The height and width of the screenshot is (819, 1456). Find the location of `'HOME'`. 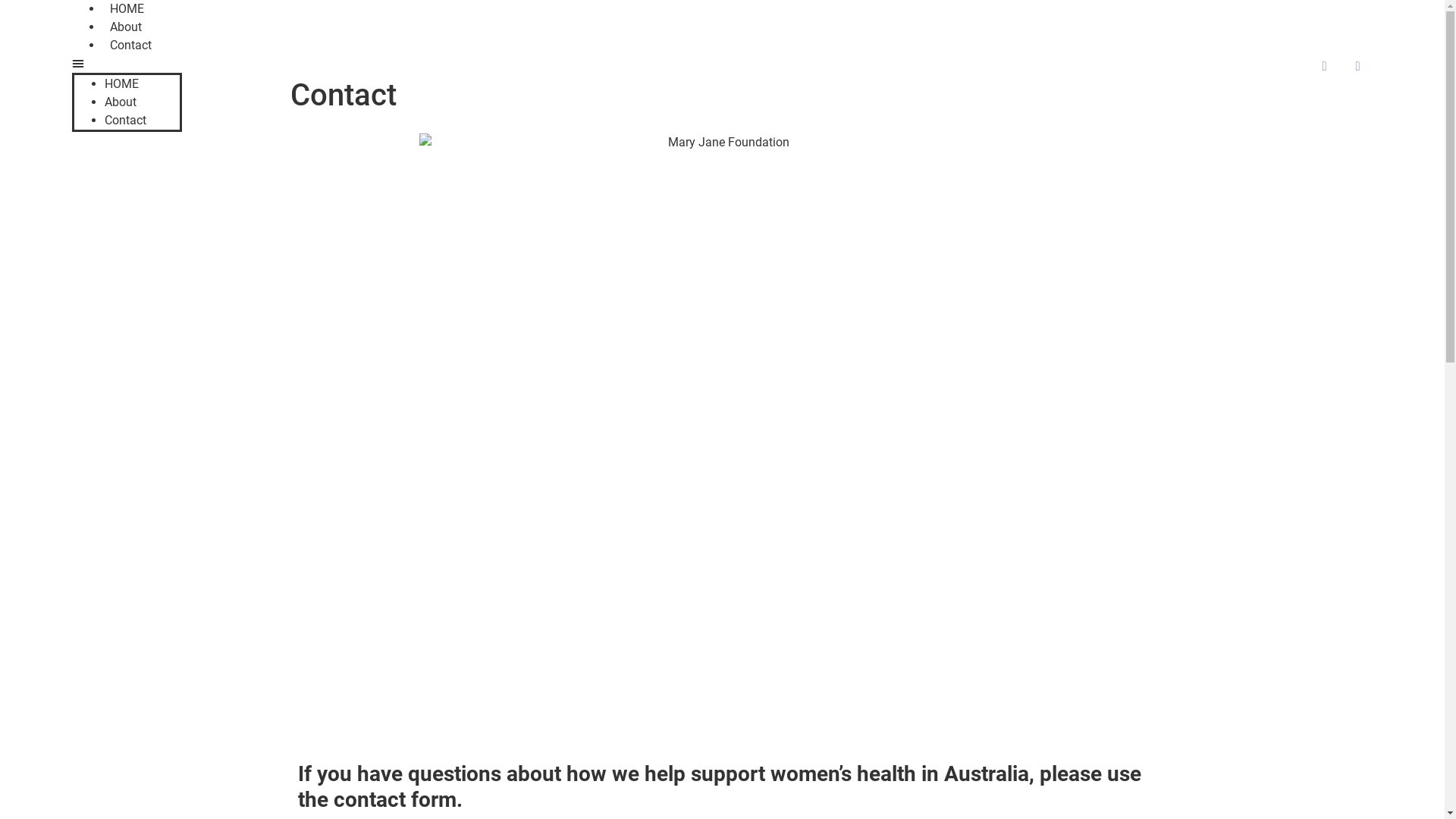

'HOME' is located at coordinates (104, 83).